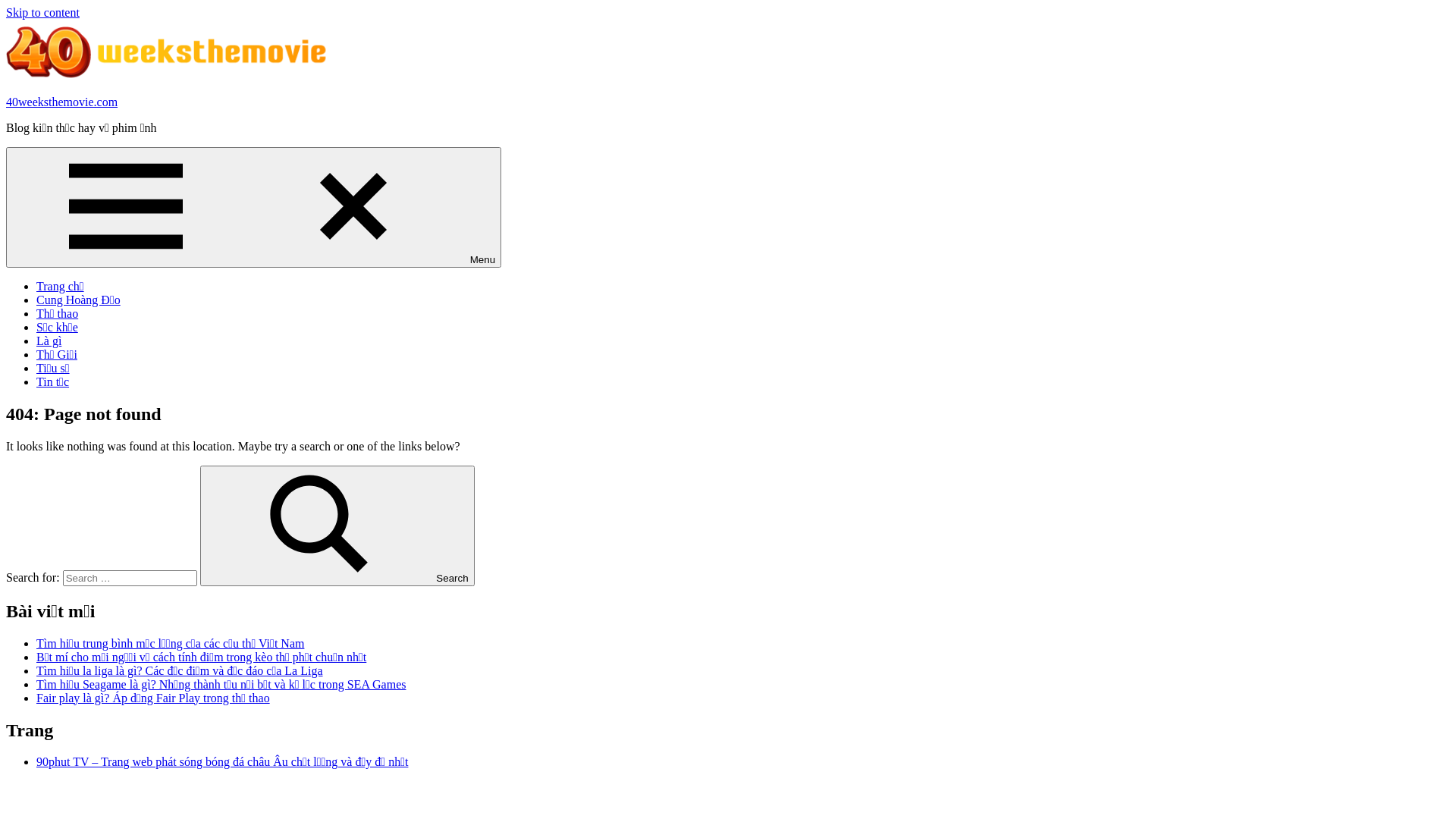 Image resolution: width=1456 pixels, height=819 pixels. I want to click on '40weeksthemovie.com', so click(61, 102).